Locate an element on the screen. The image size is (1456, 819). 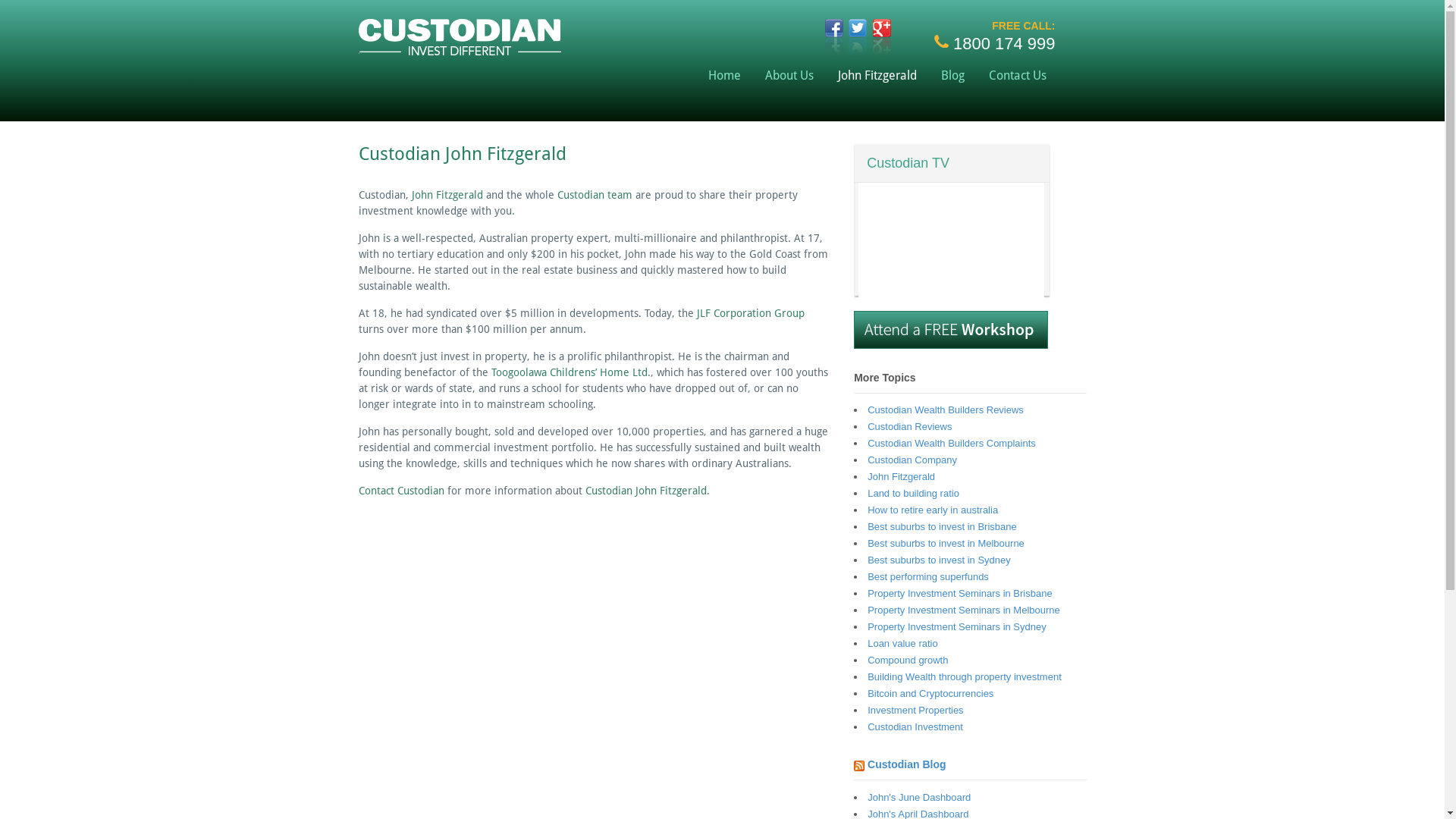
'Property Investment Seminars in Melbourne' is located at coordinates (867, 609).